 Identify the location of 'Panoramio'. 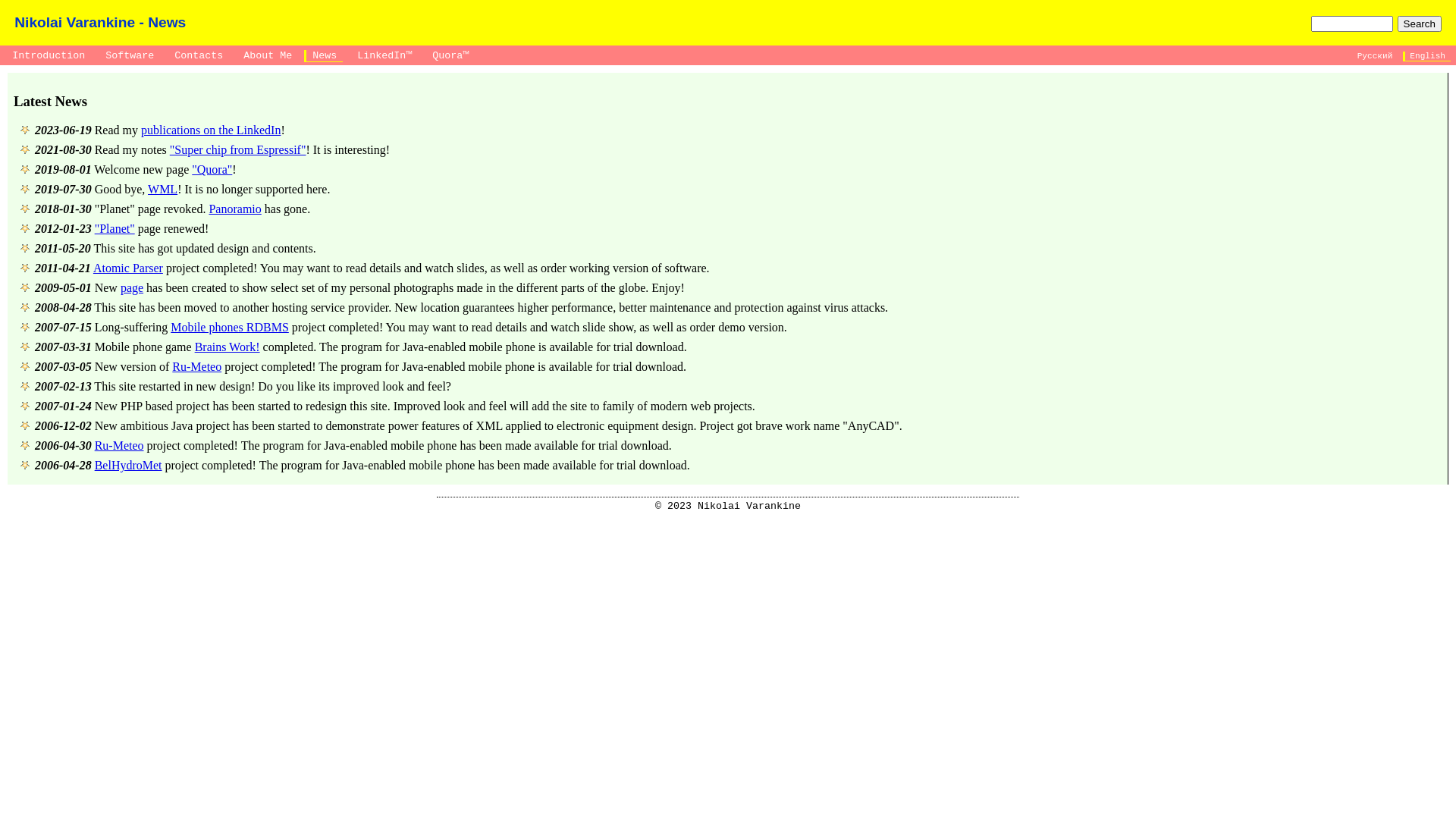
(234, 209).